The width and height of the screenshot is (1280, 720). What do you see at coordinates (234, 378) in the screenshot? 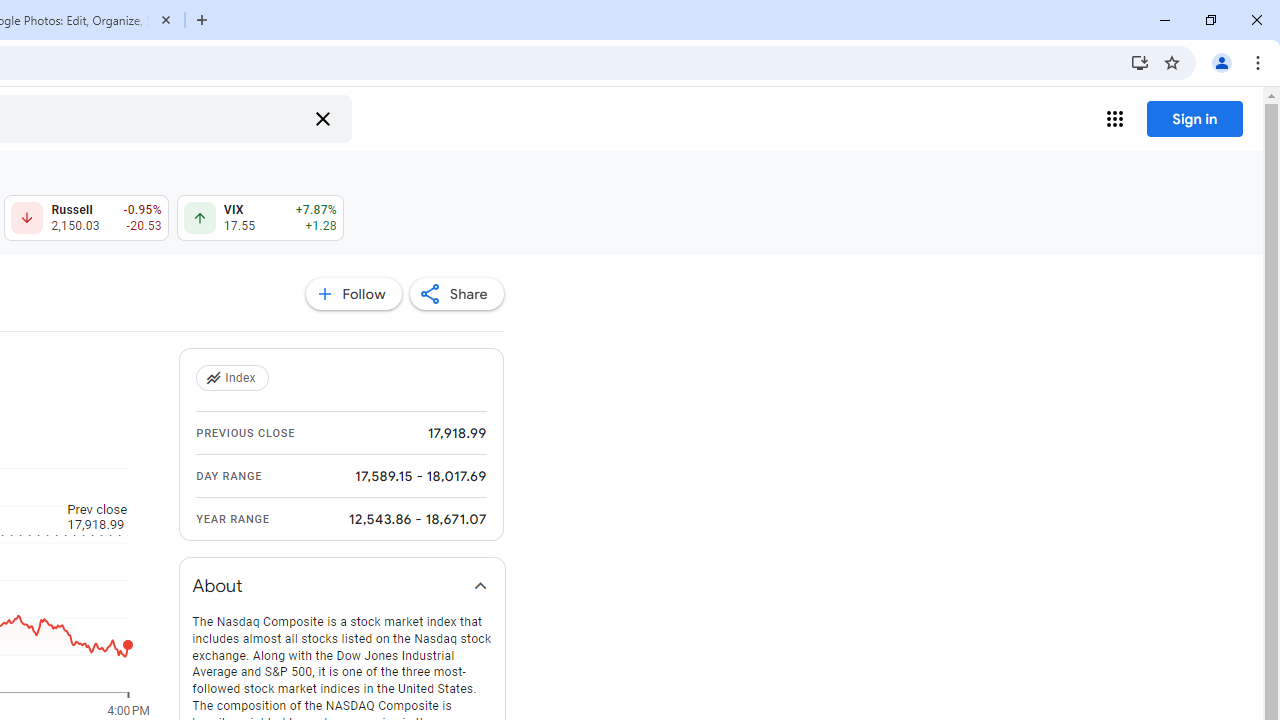
I see `'Index'` at bounding box center [234, 378].